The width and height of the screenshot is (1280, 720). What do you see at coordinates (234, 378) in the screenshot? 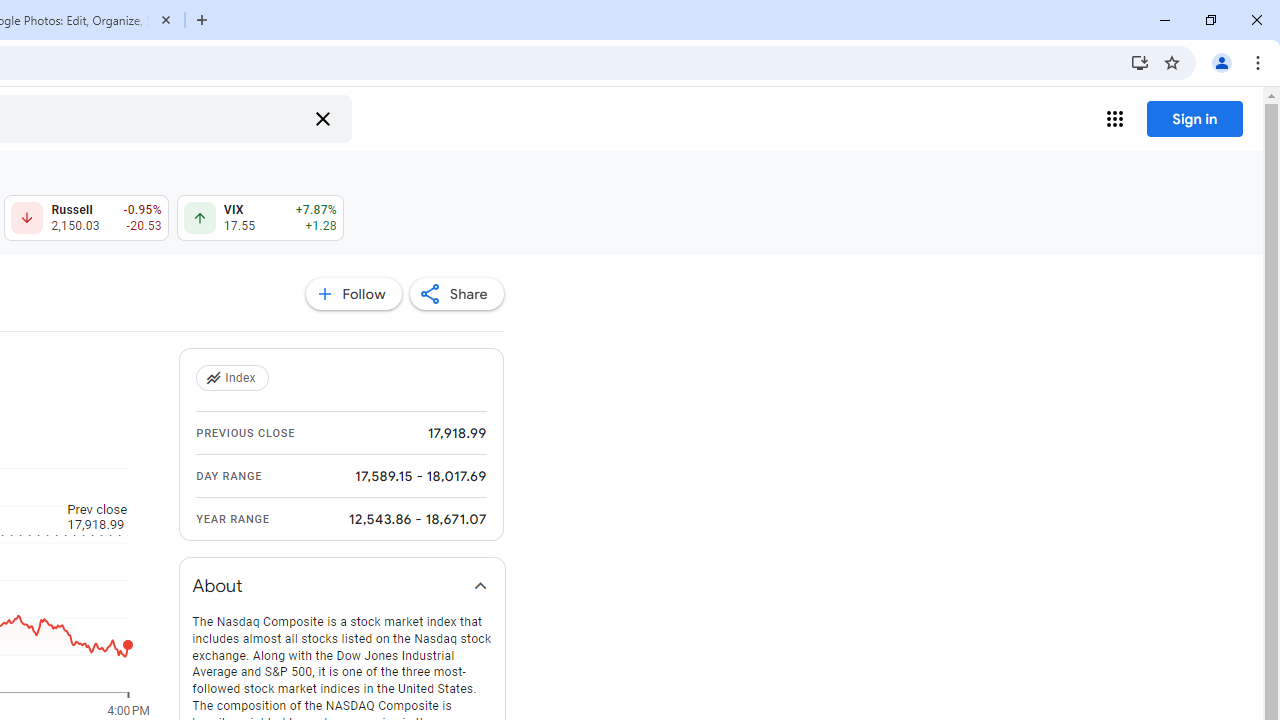
I see `'Index'` at bounding box center [234, 378].